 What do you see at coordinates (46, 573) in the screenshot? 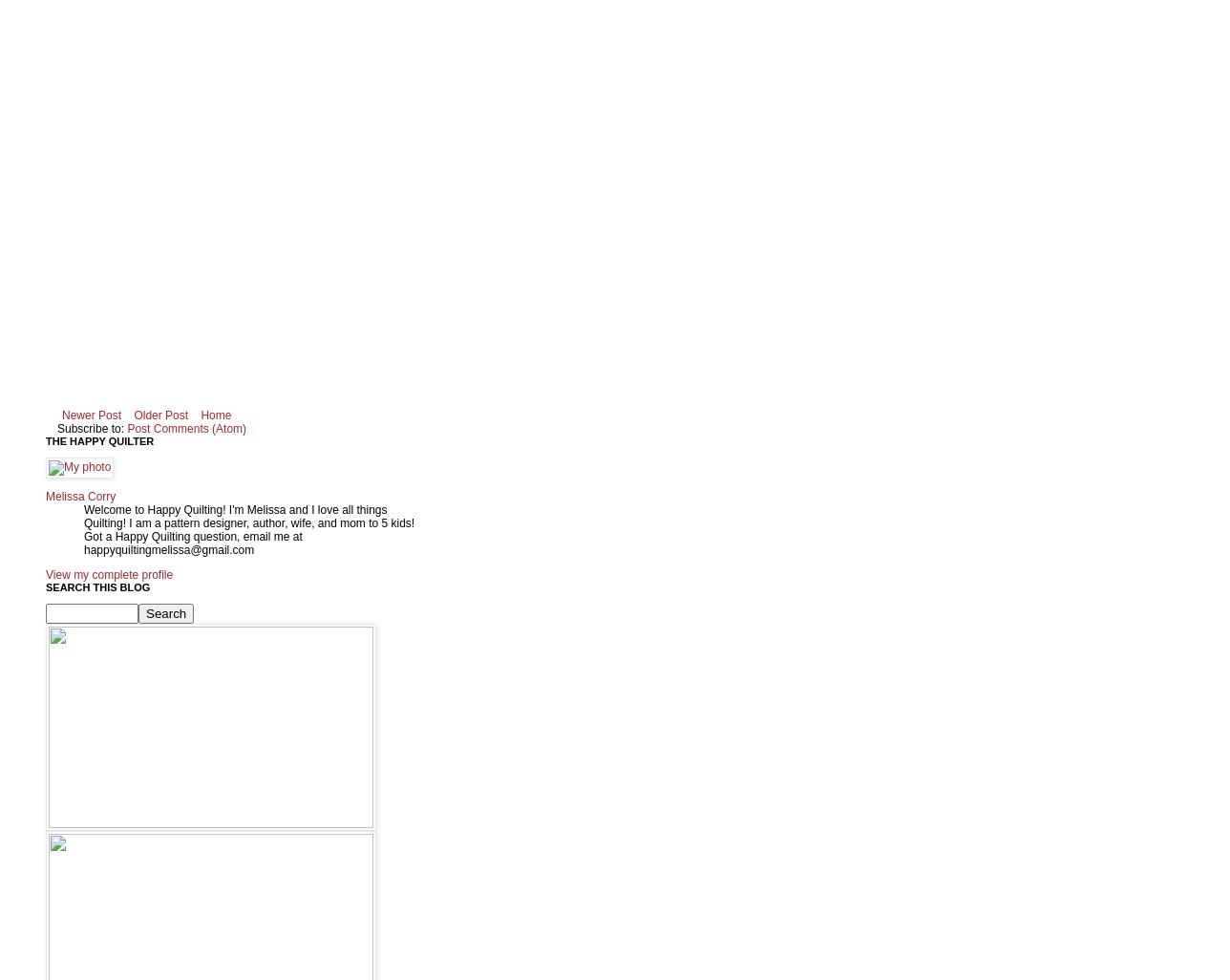
I see `'View my complete profile'` at bounding box center [46, 573].